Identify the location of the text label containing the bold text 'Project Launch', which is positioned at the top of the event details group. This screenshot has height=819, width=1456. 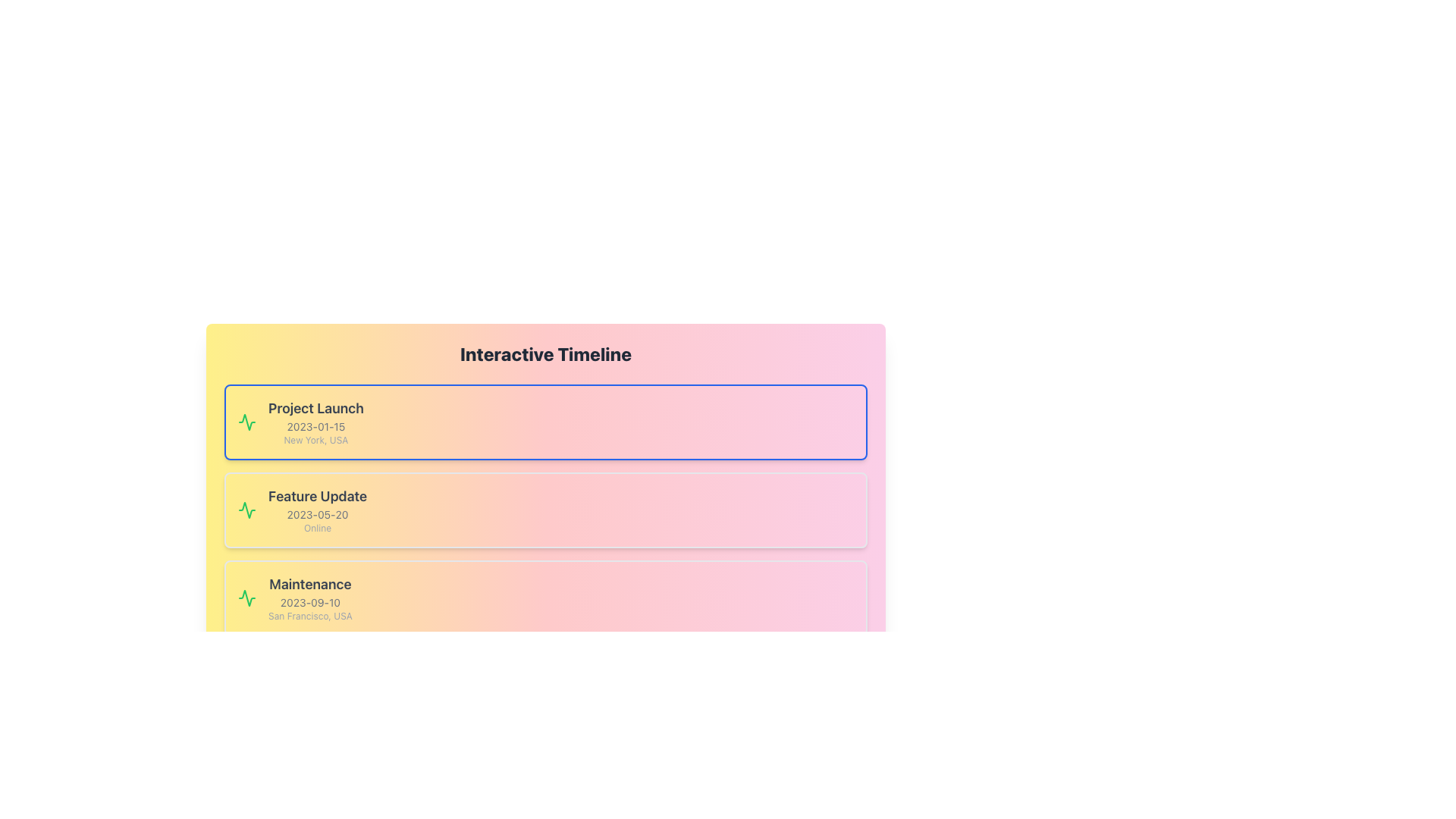
(315, 408).